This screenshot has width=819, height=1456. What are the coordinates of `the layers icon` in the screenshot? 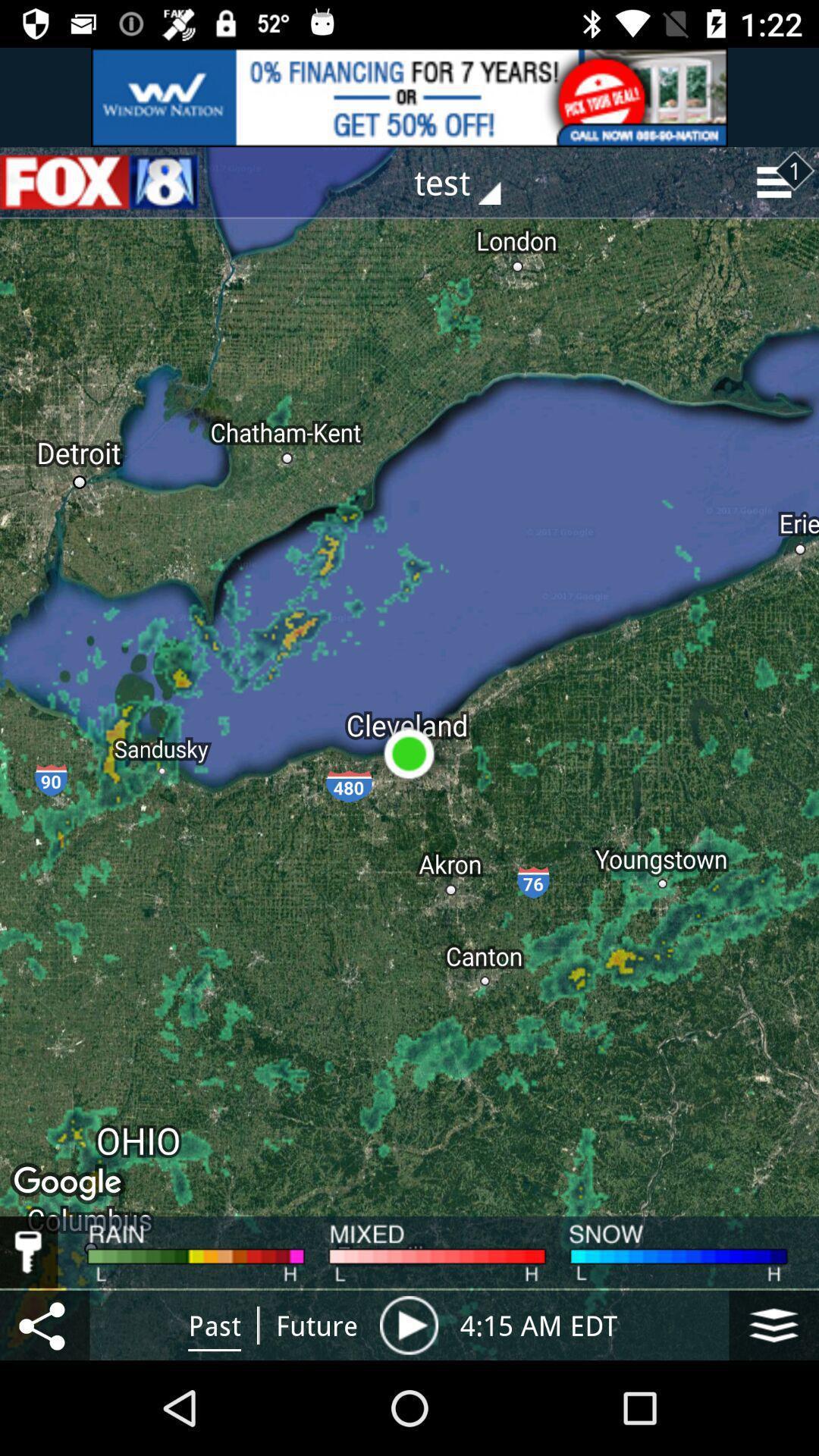 It's located at (773, 1324).